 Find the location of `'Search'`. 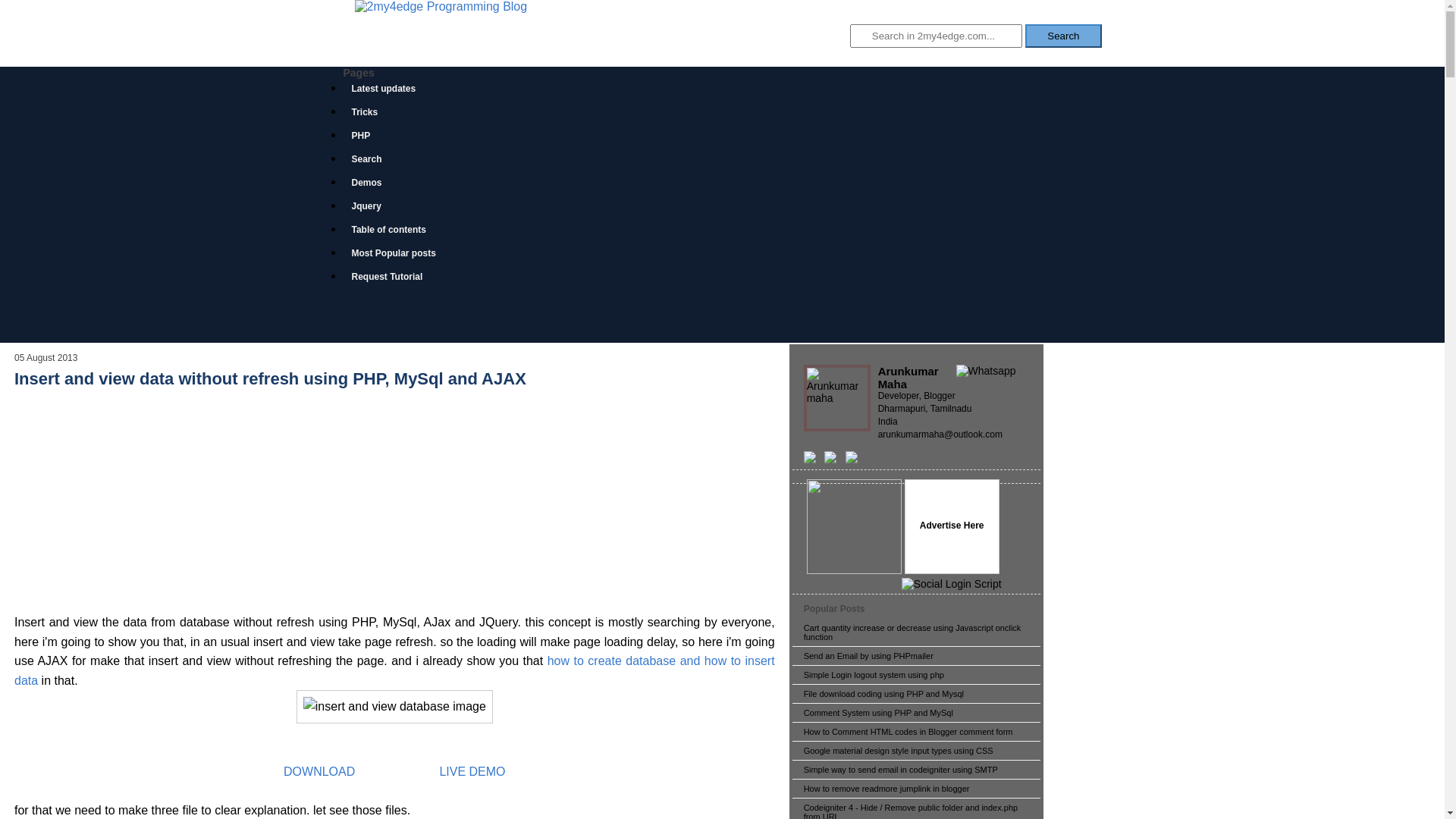

'Search' is located at coordinates (373, 161).